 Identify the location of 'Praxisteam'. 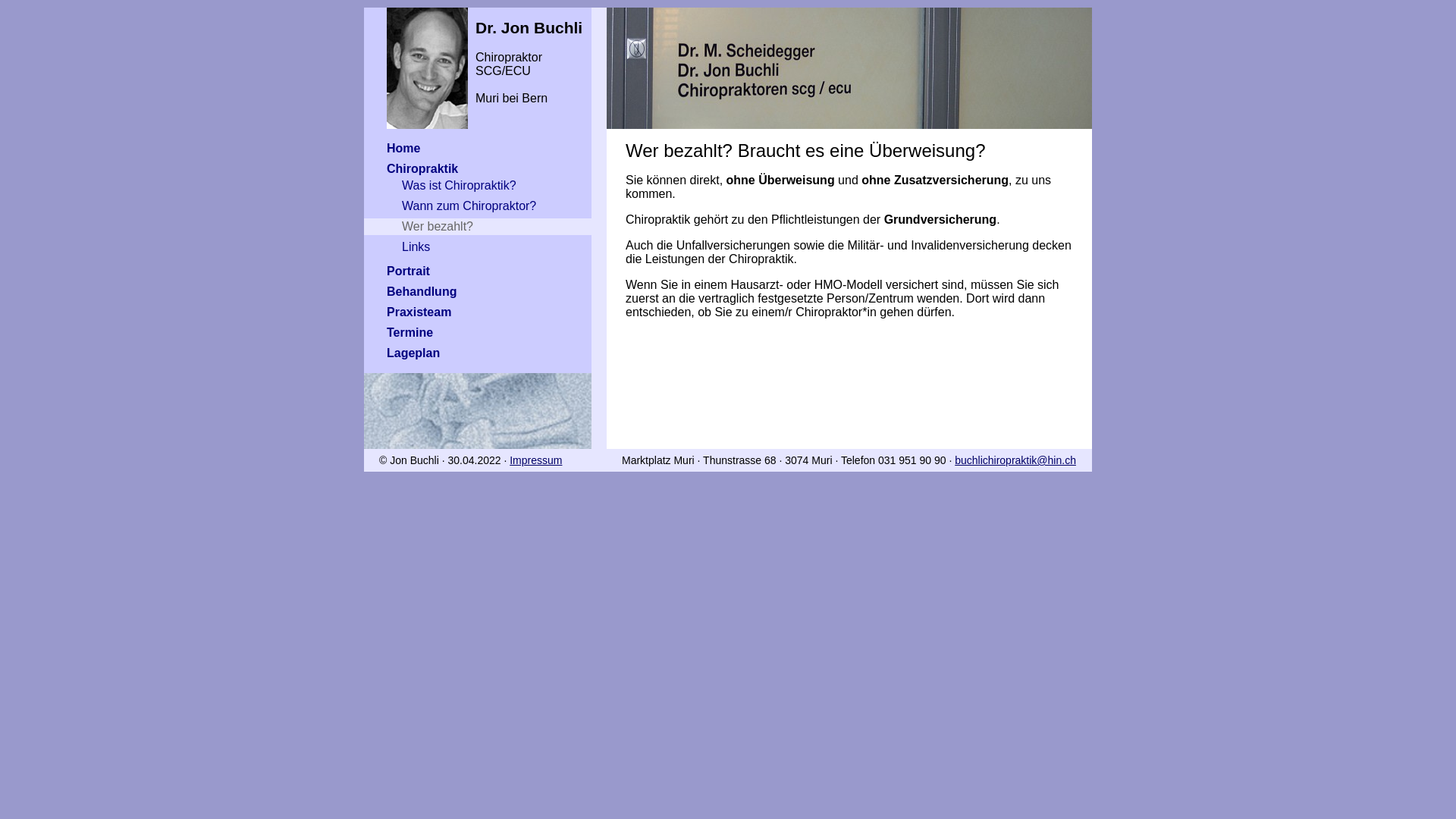
(364, 312).